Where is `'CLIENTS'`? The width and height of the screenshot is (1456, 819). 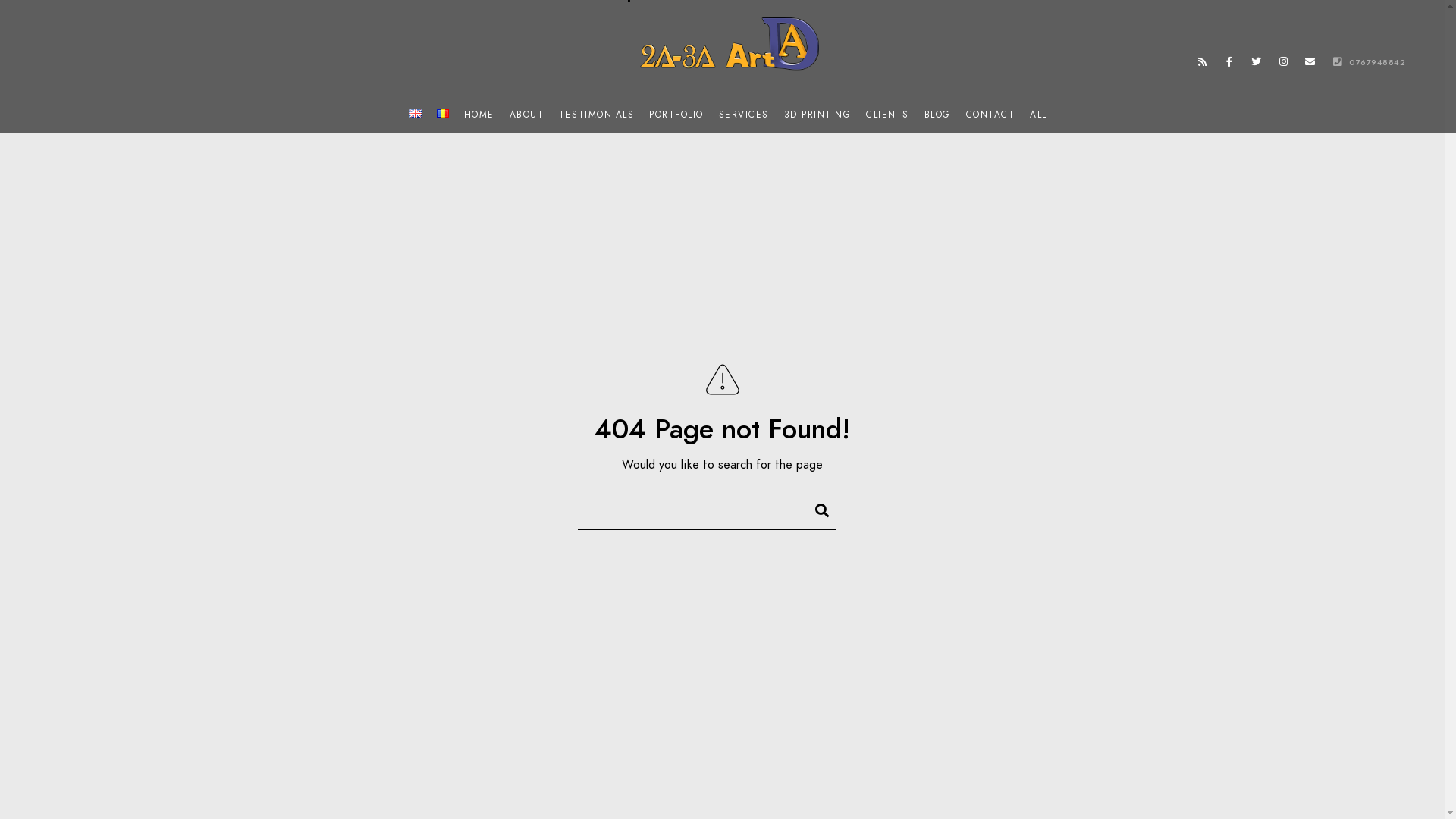
'CLIENTS' is located at coordinates (887, 113).